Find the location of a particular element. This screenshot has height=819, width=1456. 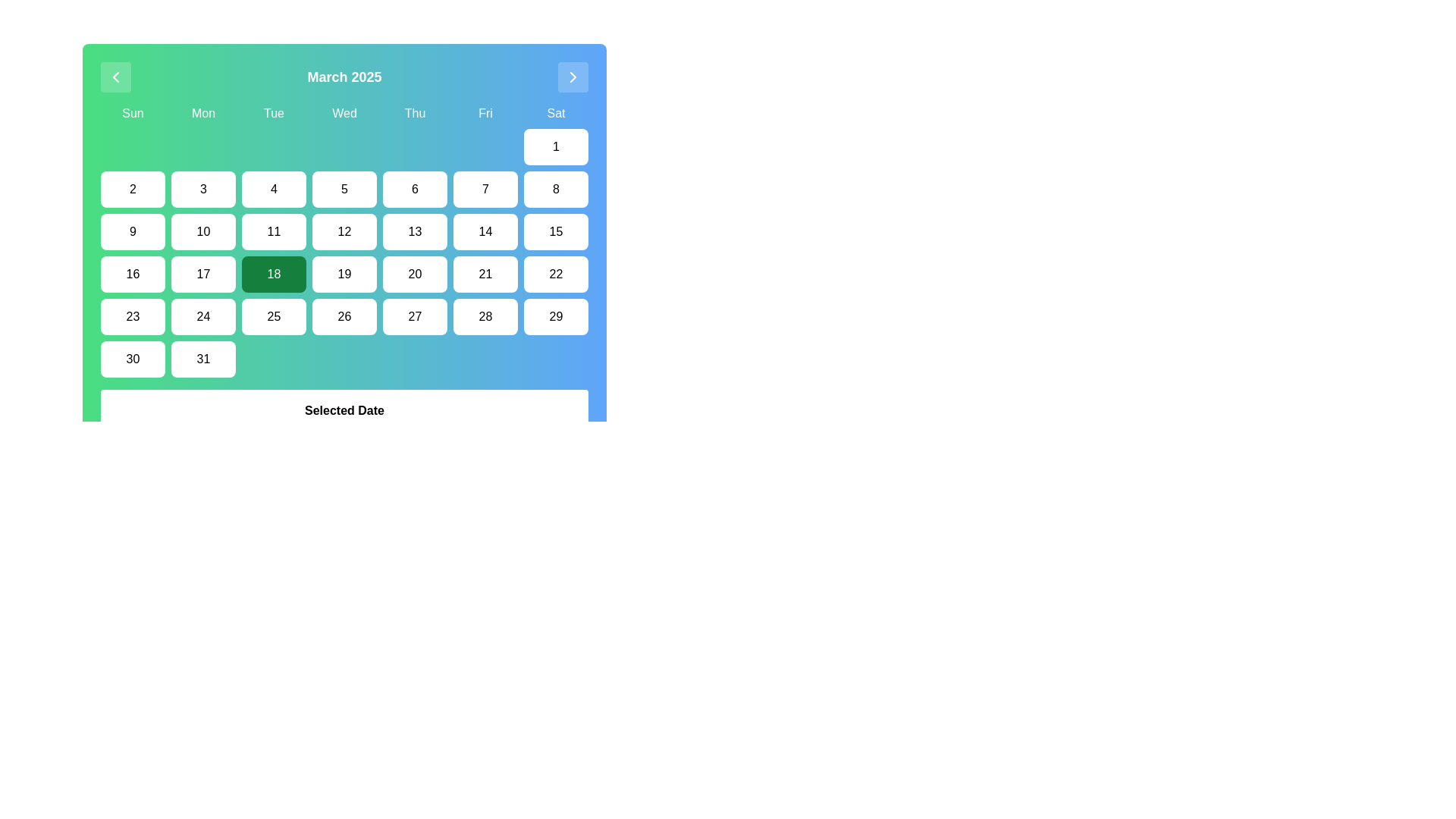

the calendar day cell for the 25th of March 2025 is located at coordinates (274, 315).